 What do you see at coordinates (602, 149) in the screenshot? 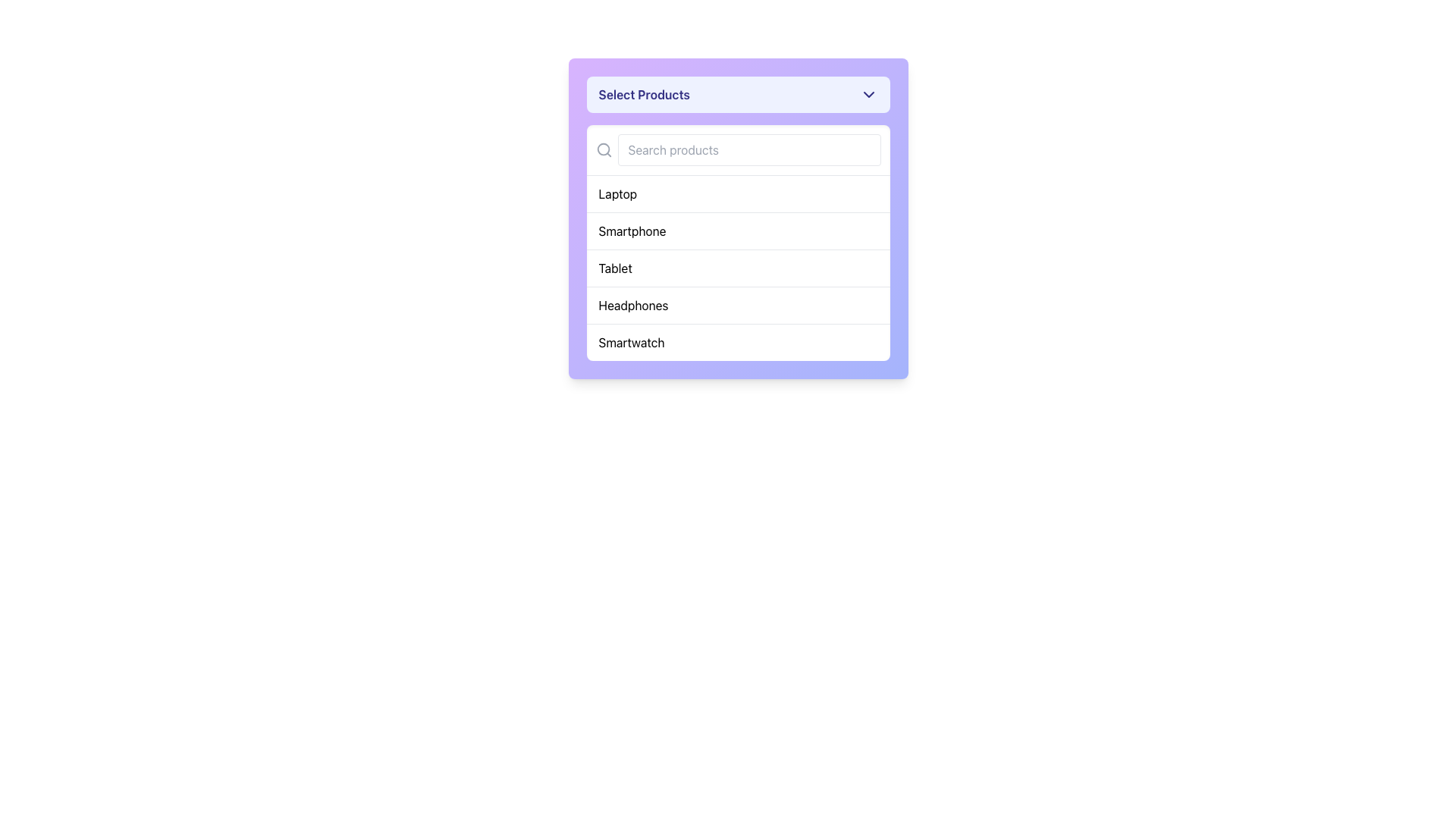
I see `the circular part of the magnifying glass icon located in the top-left corner of the search bar, which is used for search functionality` at bounding box center [602, 149].